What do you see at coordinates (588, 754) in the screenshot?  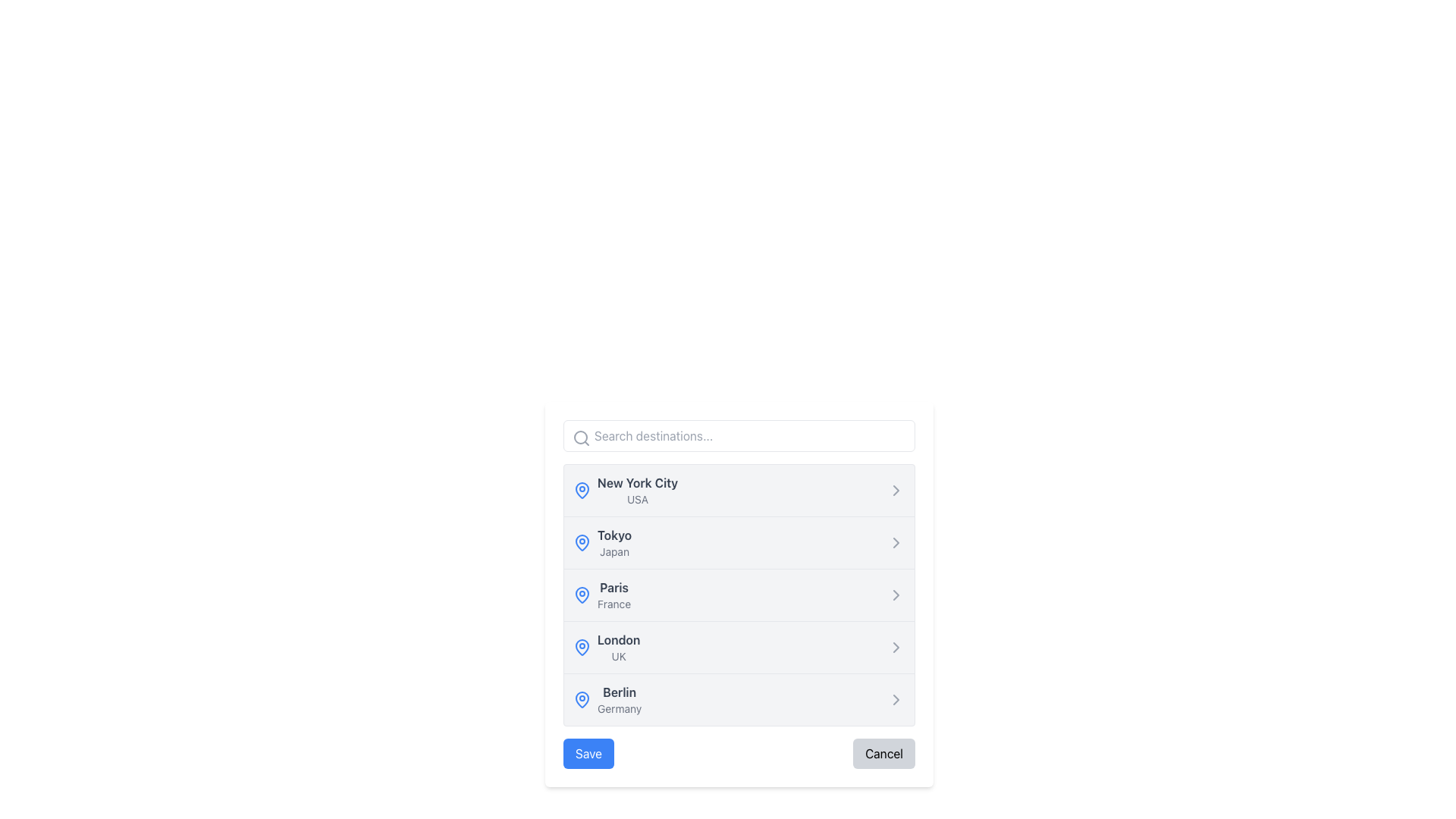 I see `the blue 'Save' button located at the bottom left of the interface` at bounding box center [588, 754].